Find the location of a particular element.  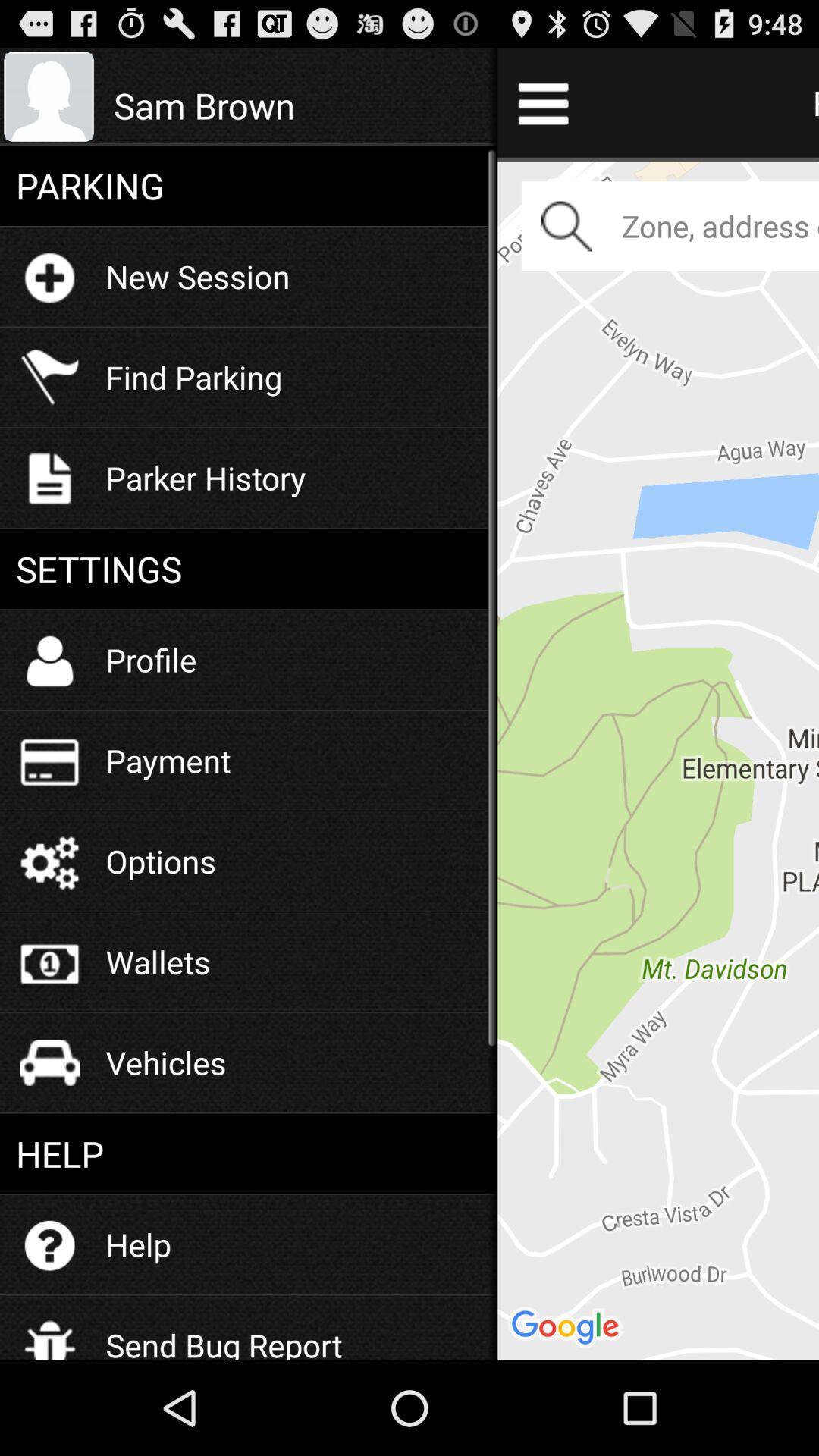

the vehicles item is located at coordinates (166, 1062).